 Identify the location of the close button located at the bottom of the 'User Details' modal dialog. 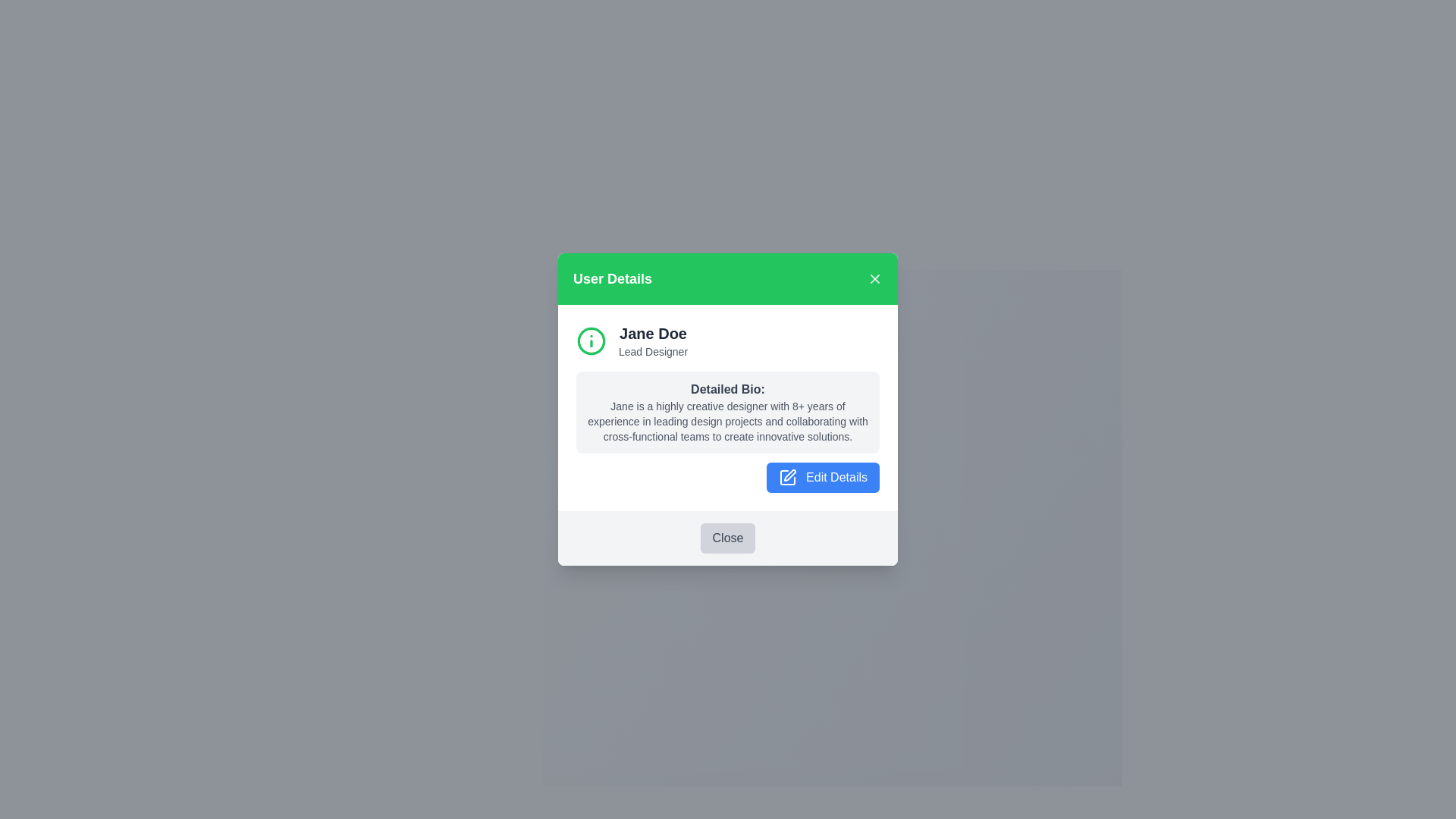
(728, 537).